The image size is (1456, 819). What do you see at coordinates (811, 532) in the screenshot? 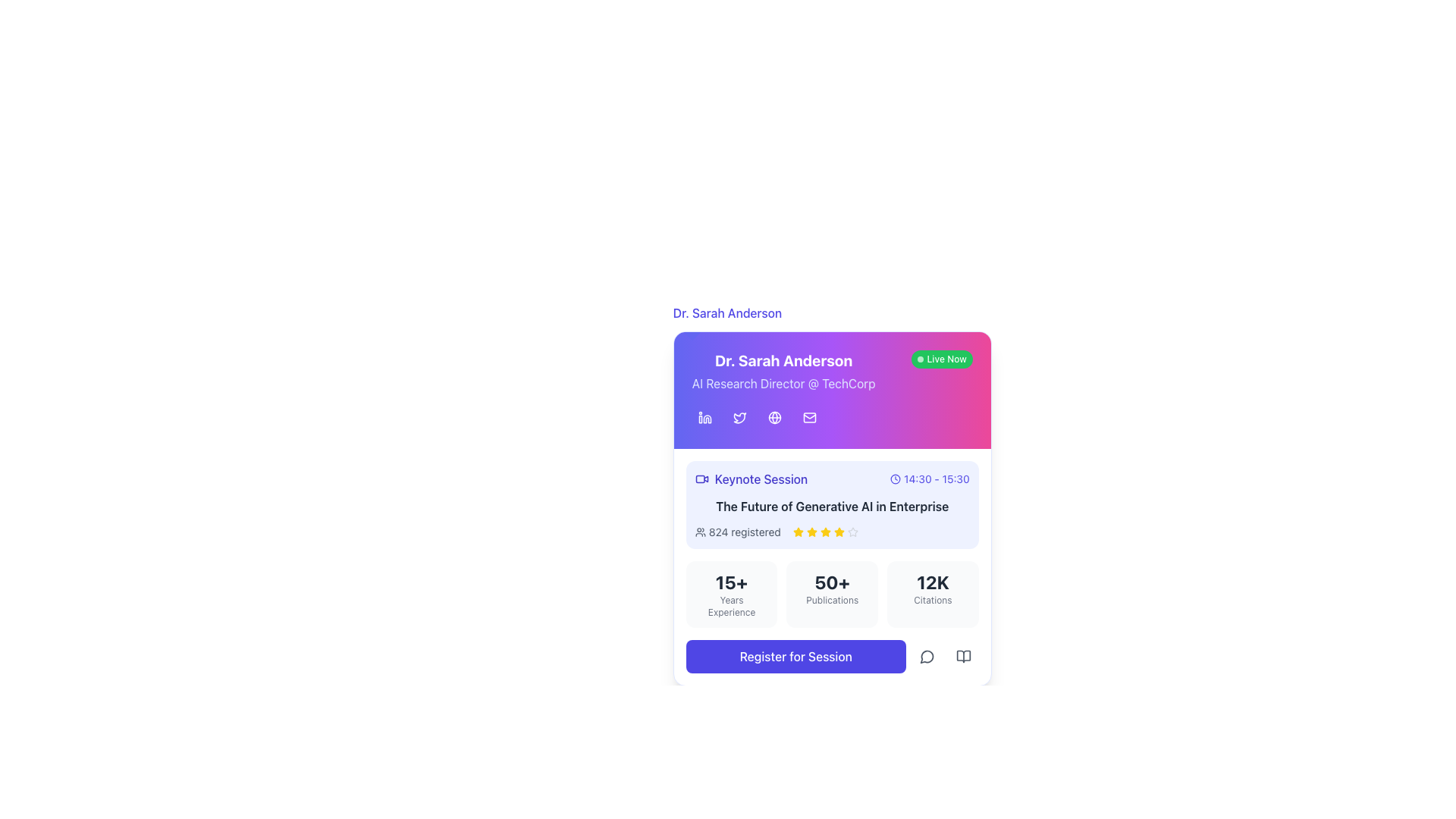
I see `graphic properties of the third star icon in the rating display, which indicates a rating value for a session` at bounding box center [811, 532].